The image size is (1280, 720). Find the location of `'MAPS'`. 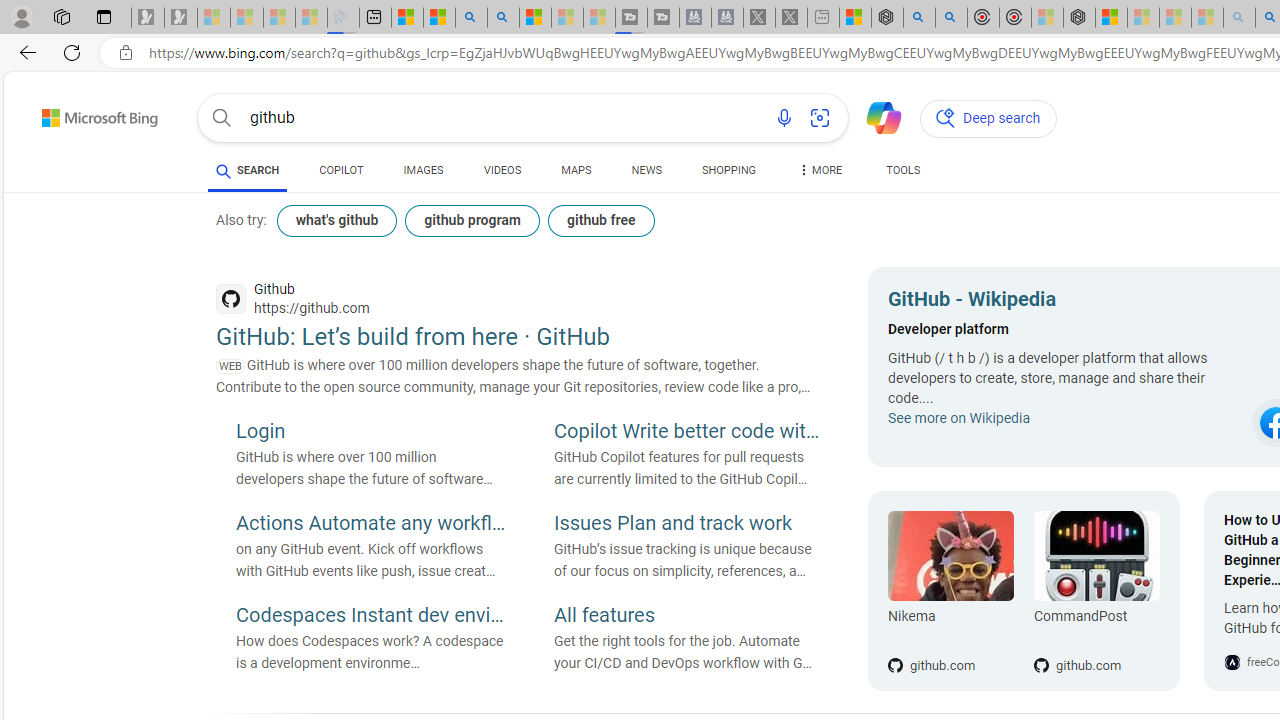

'MAPS' is located at coordinates (575, 172).